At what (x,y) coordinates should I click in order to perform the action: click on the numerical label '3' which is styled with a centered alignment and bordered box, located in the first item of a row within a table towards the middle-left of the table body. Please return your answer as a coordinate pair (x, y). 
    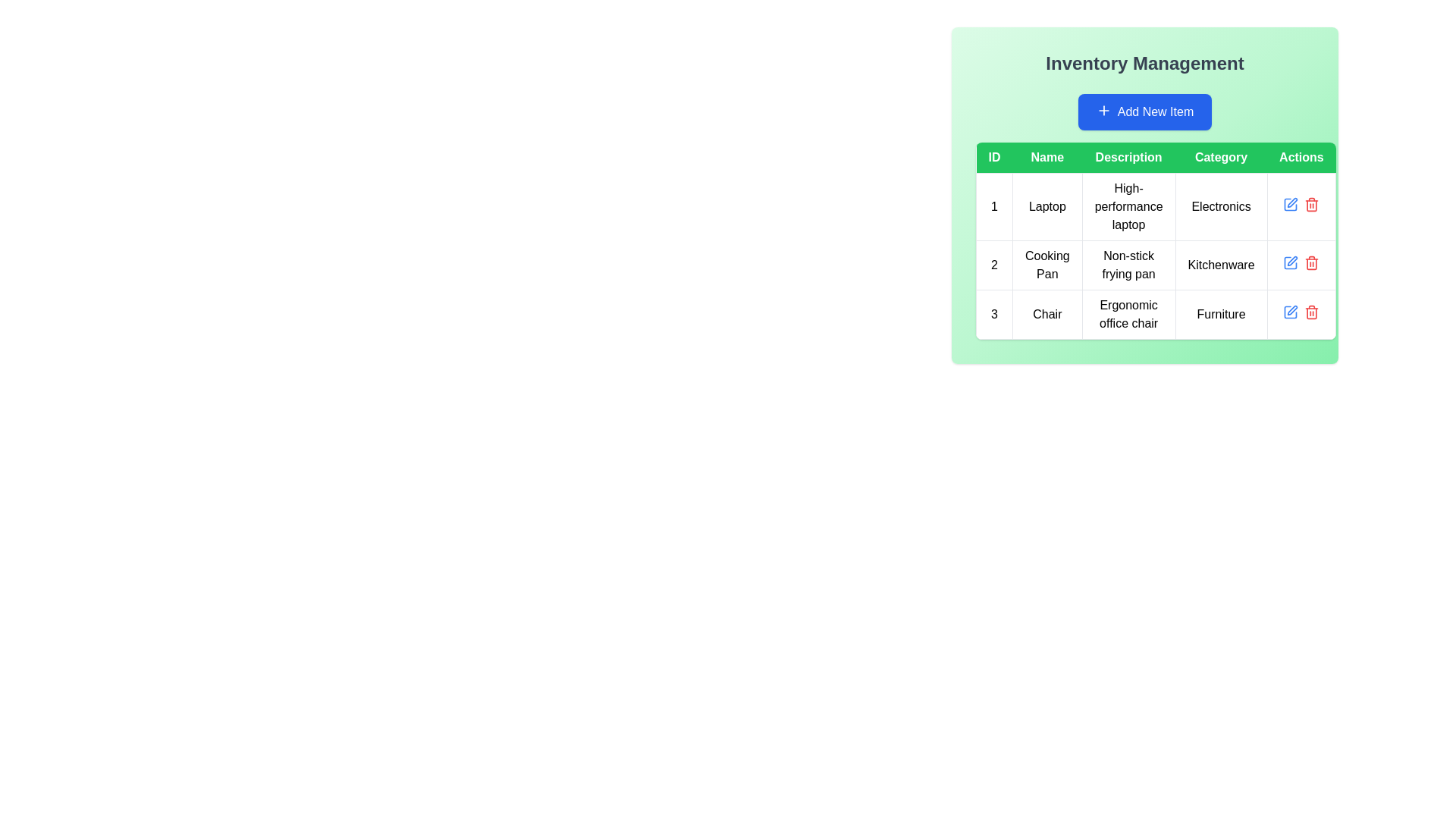
    Looking at the image, I should click on (994, 314).